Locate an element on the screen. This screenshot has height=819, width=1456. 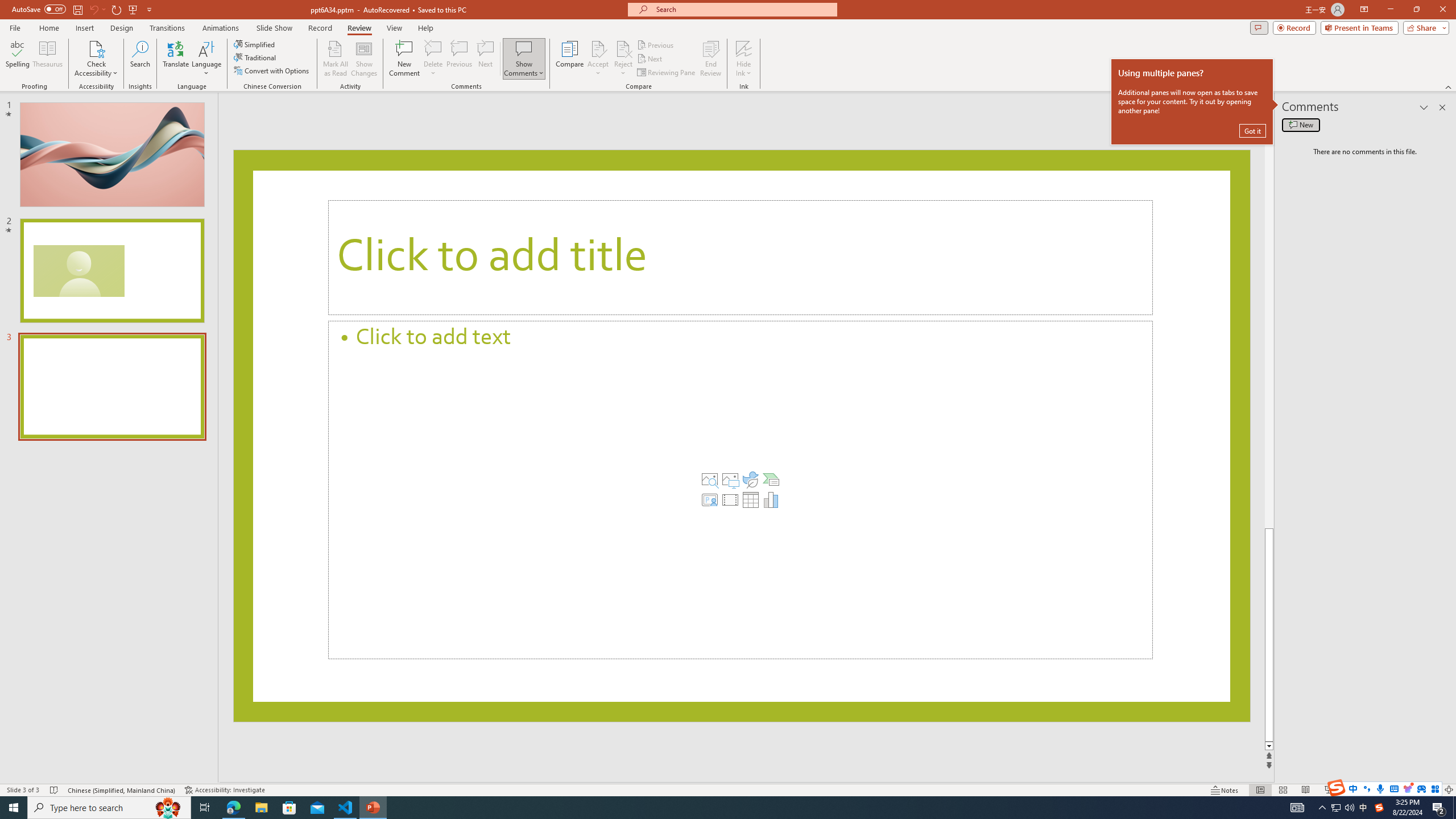
'Reject' is located at coordinates (622, 59).